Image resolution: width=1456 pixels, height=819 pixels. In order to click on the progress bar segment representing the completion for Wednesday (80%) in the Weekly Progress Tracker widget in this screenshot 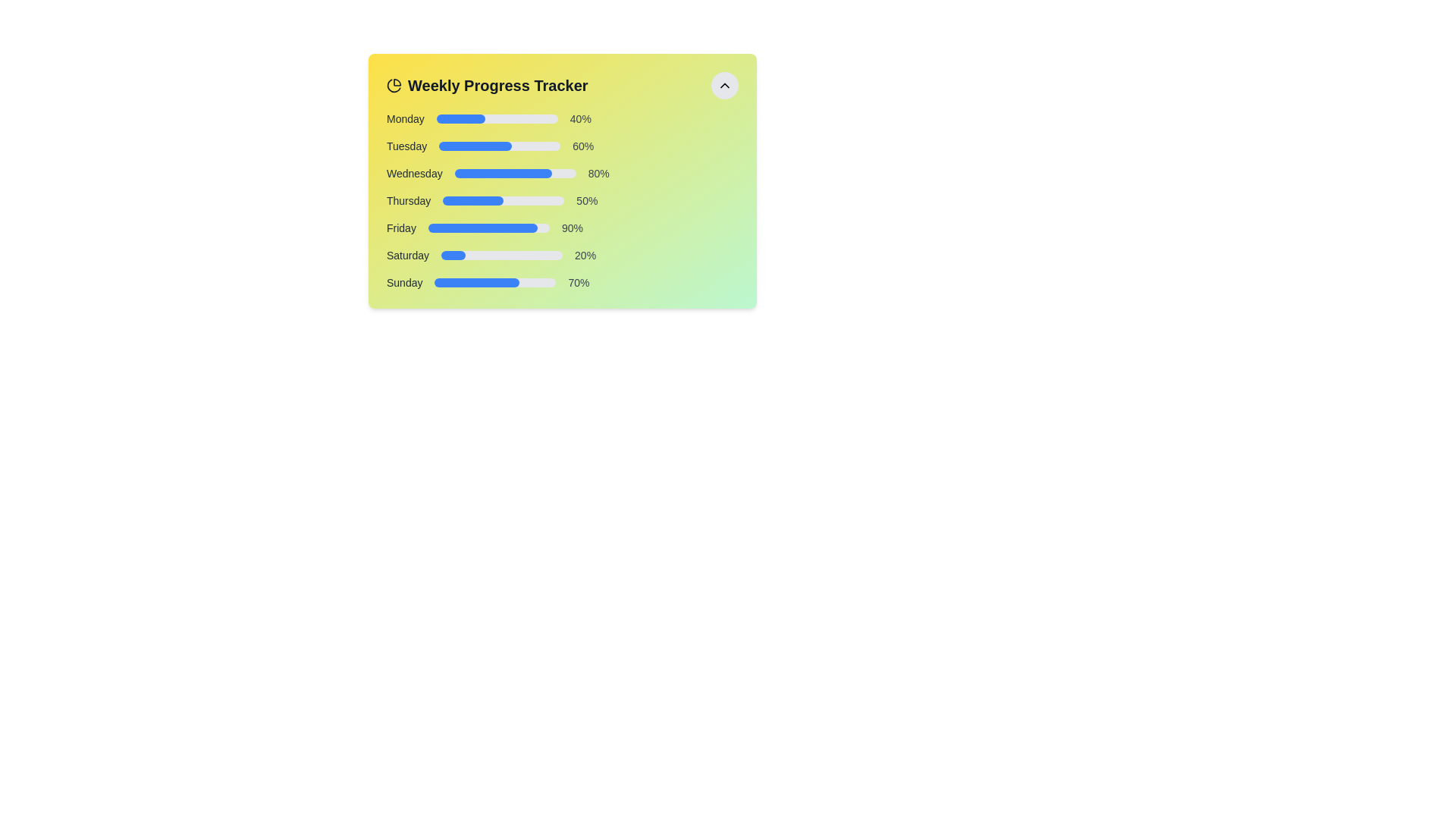, I will do `click(503, 172)`.